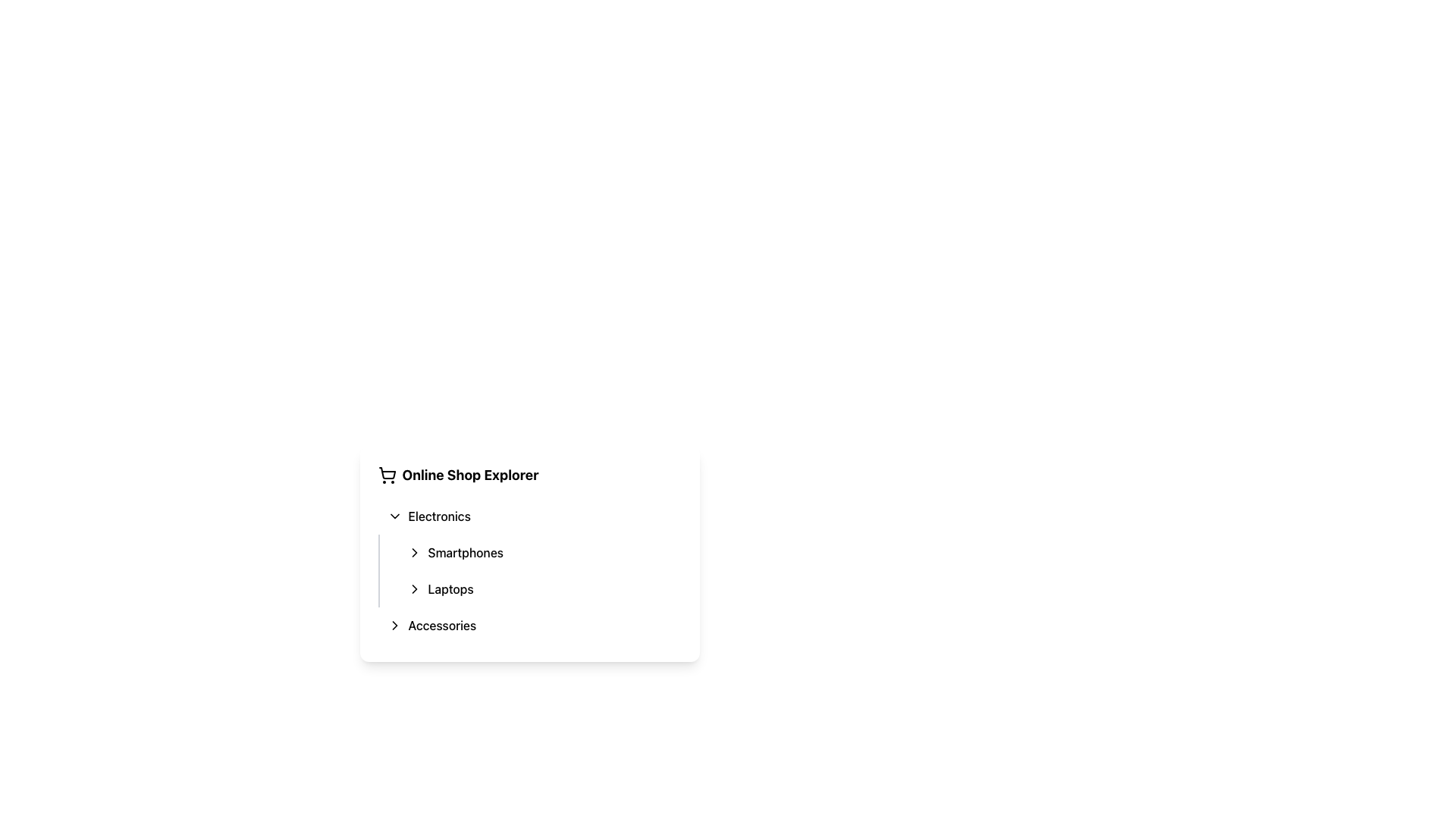 The width and height of the screenshot is (1456, 819). What do you see at coordinates (394, 626) in the screenshot?
I see `the right-pointing chevron icon` at bounding box center [394, 626].